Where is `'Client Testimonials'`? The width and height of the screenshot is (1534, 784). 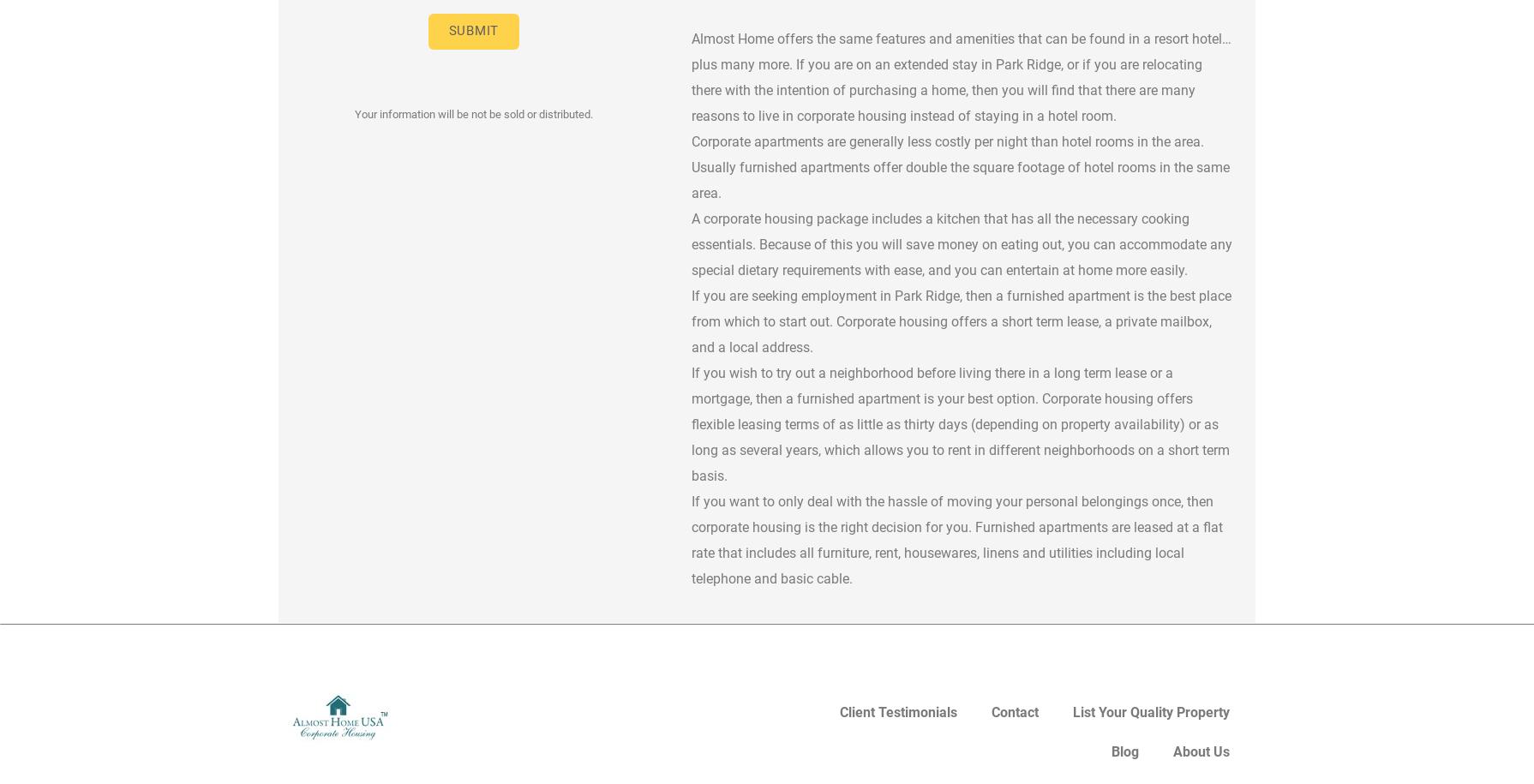 'Client Testimonials' is located at coordinates (840, 712).